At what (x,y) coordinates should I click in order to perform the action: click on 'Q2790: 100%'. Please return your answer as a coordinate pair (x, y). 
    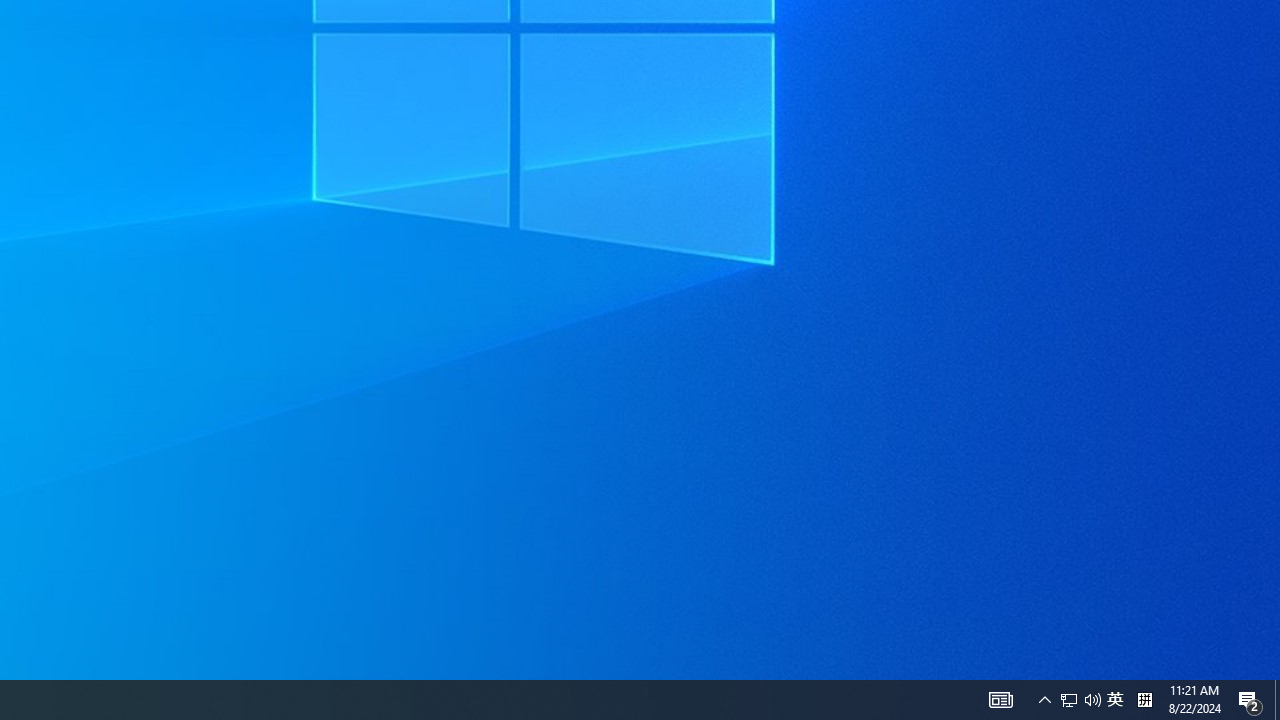
    Looking at the image, I should click on (1068, 698).